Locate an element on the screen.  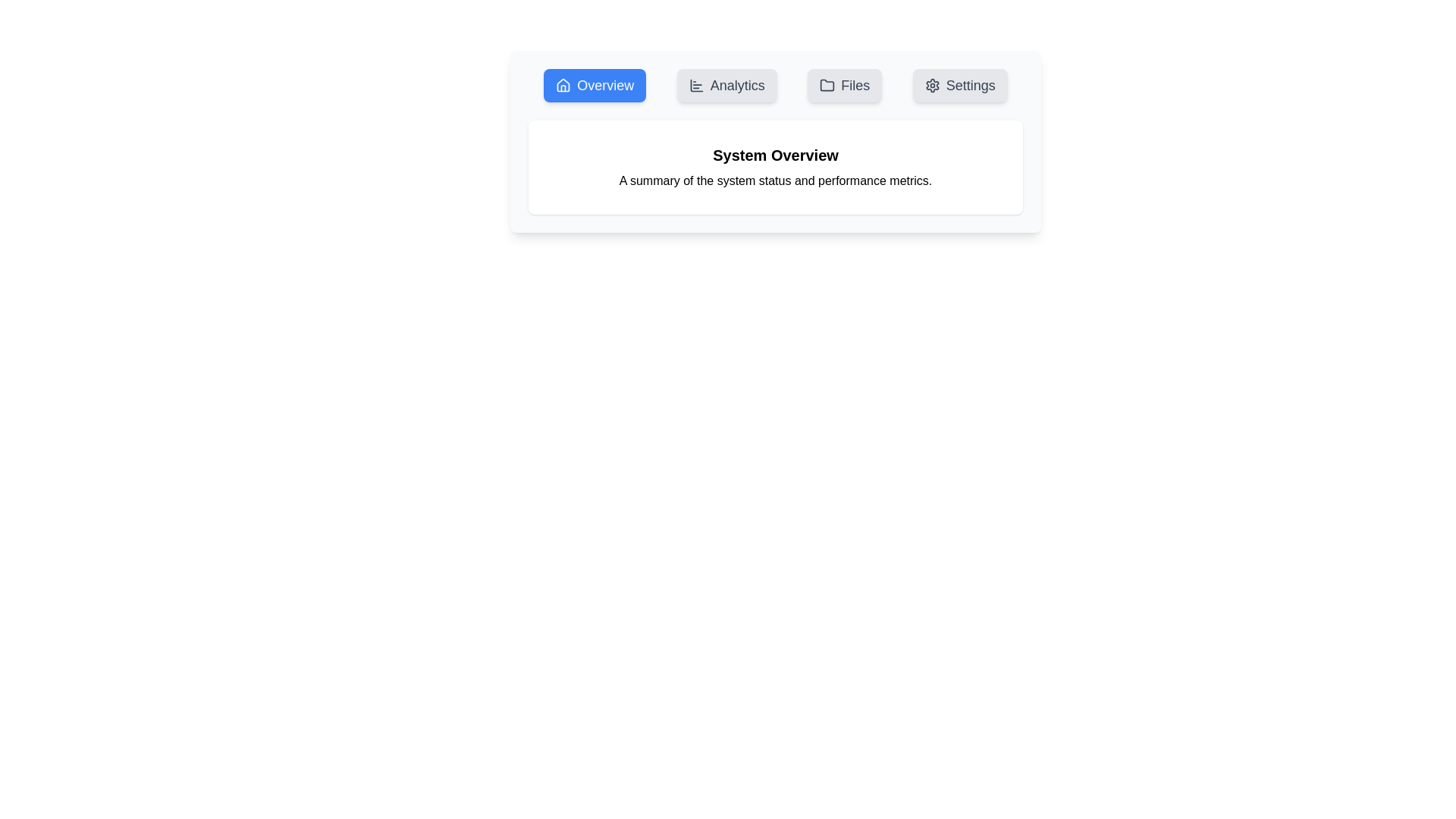
the 'Overview' icon located within the navigation bar at the top, preceding the 'Analytics', 'Files', and 'Settings' buttons is located at coordinates (563, 85).